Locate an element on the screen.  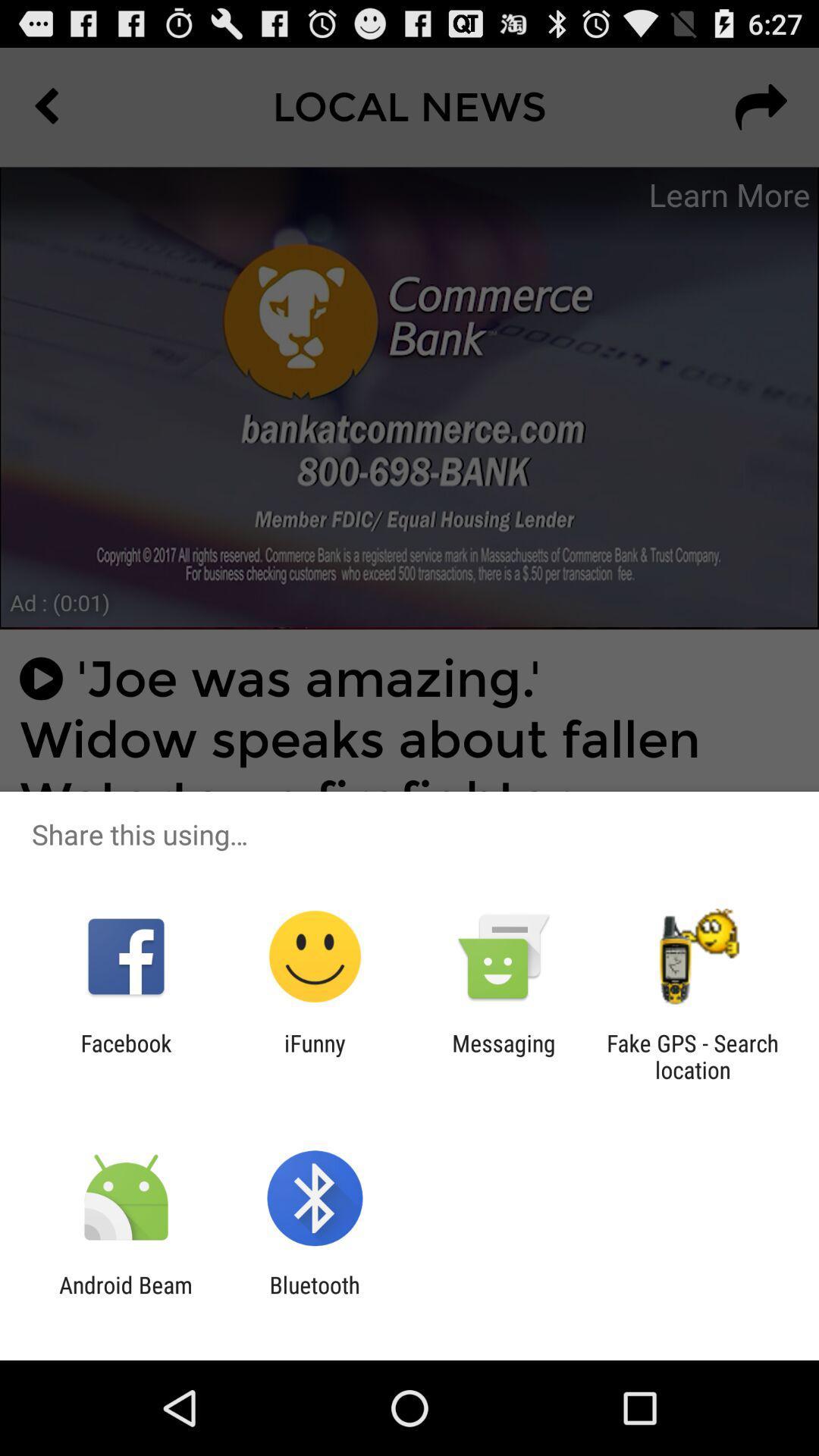
icon to the left of messaging icon is located at coordinates (314, 1056).